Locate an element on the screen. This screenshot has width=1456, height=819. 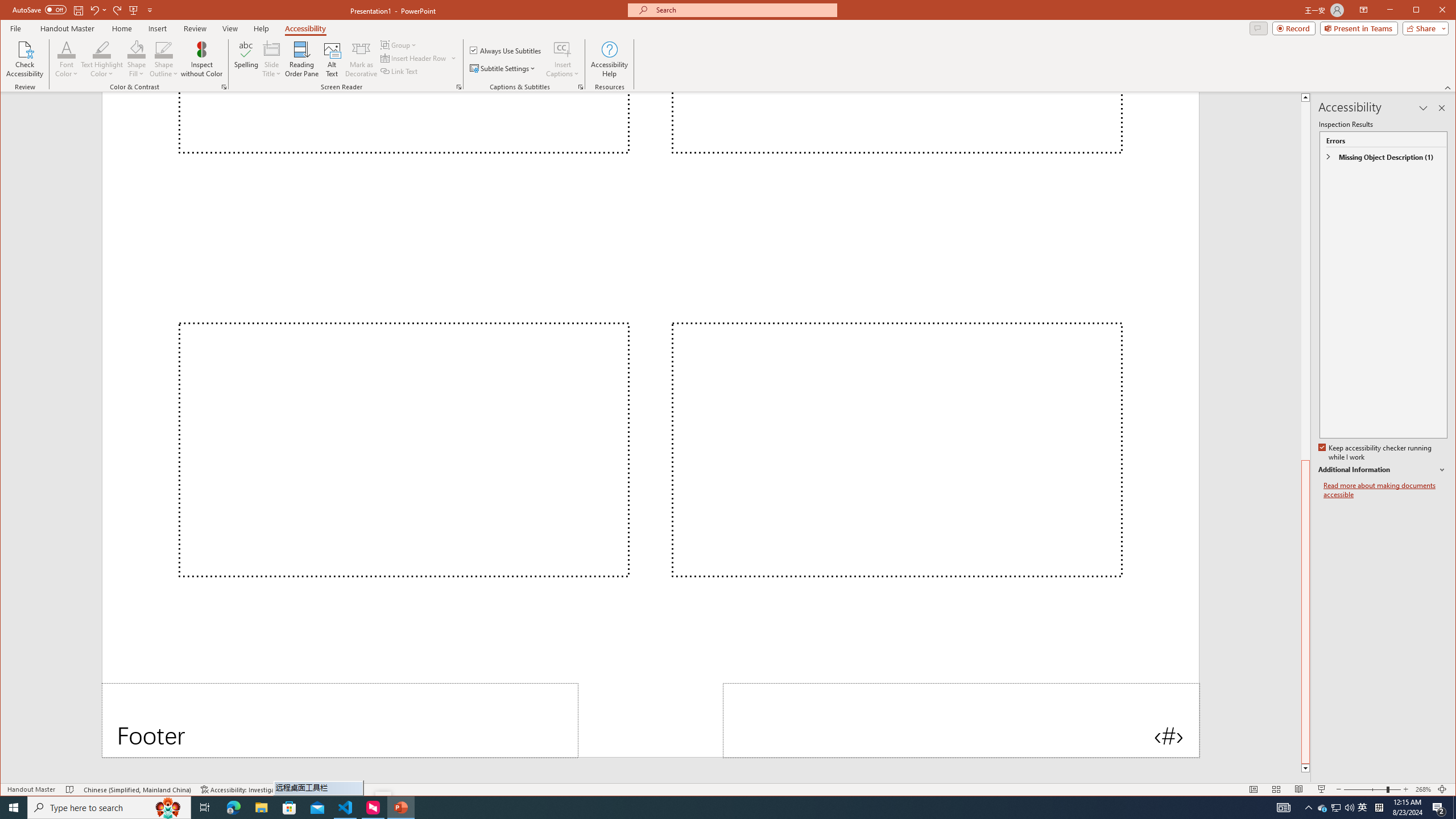
'Spell Check No Errors' is located at coordinates (70, 789).